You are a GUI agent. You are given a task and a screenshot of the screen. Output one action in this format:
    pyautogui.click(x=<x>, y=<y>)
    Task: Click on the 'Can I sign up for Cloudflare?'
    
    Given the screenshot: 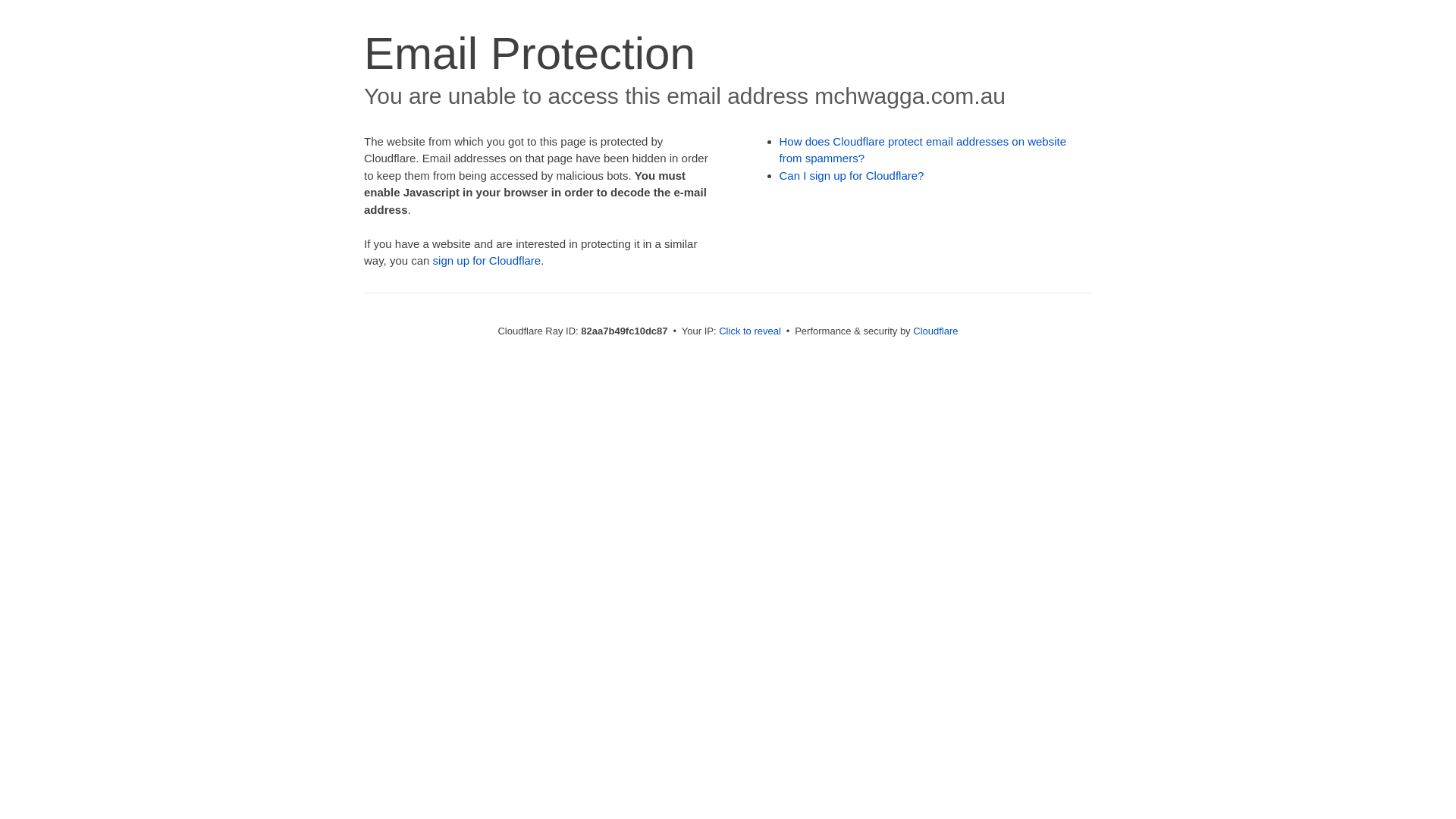 What is the action you would take?
    pyautogui.click(x=852, y=174)
    